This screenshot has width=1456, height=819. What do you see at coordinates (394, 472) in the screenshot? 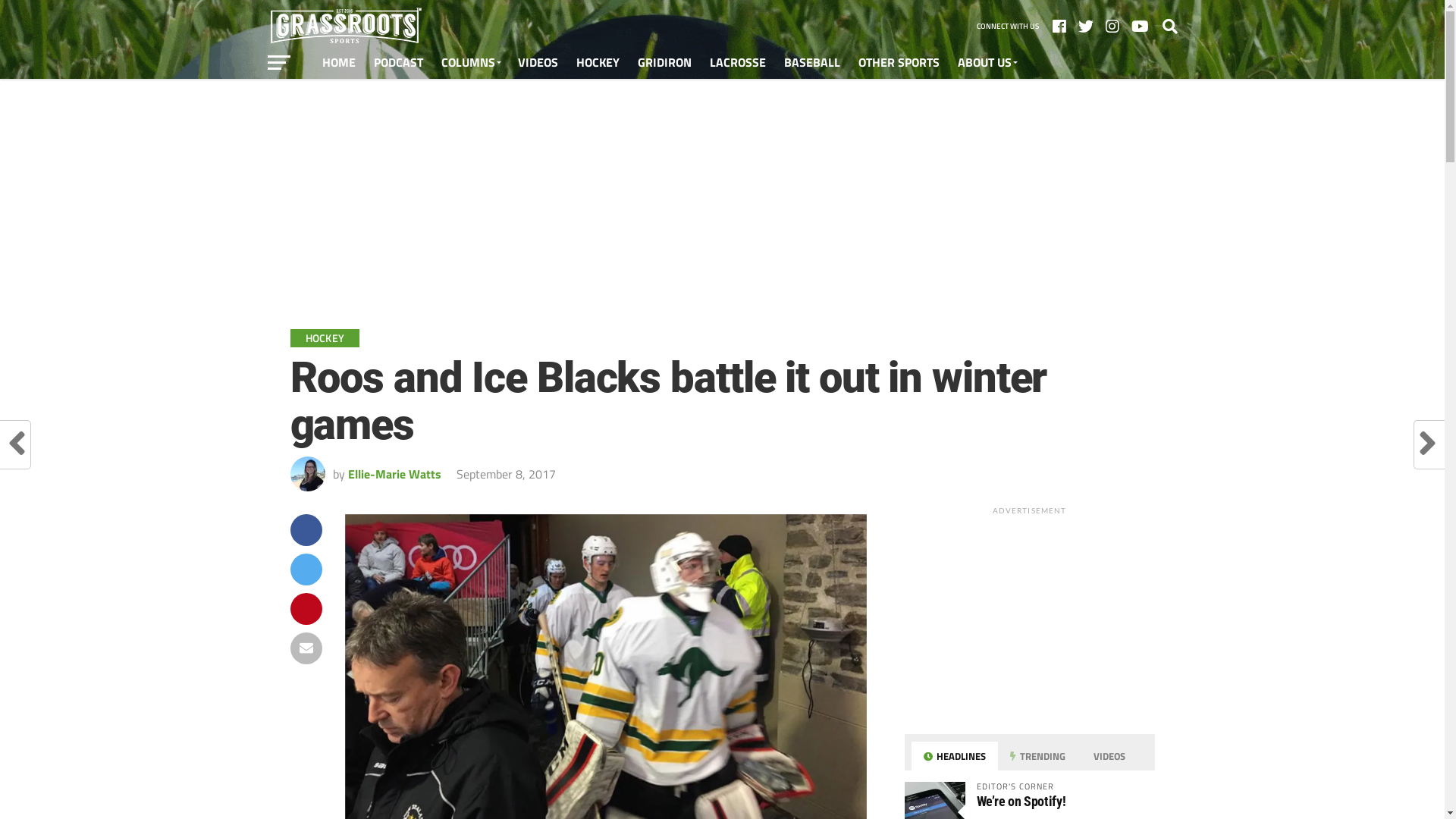
I see `'Ellie-Marie Watts'` at bounding box center [394, 472].